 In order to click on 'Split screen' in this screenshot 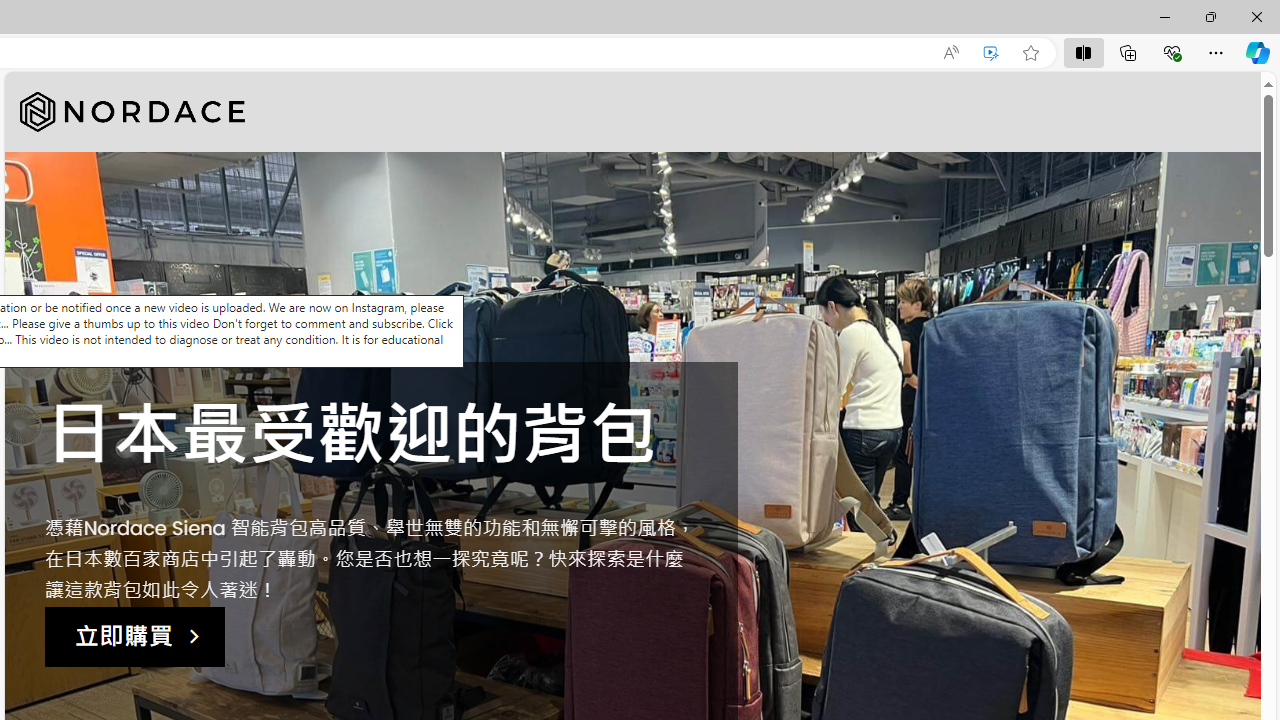, I will do `click(1082, 51)`.